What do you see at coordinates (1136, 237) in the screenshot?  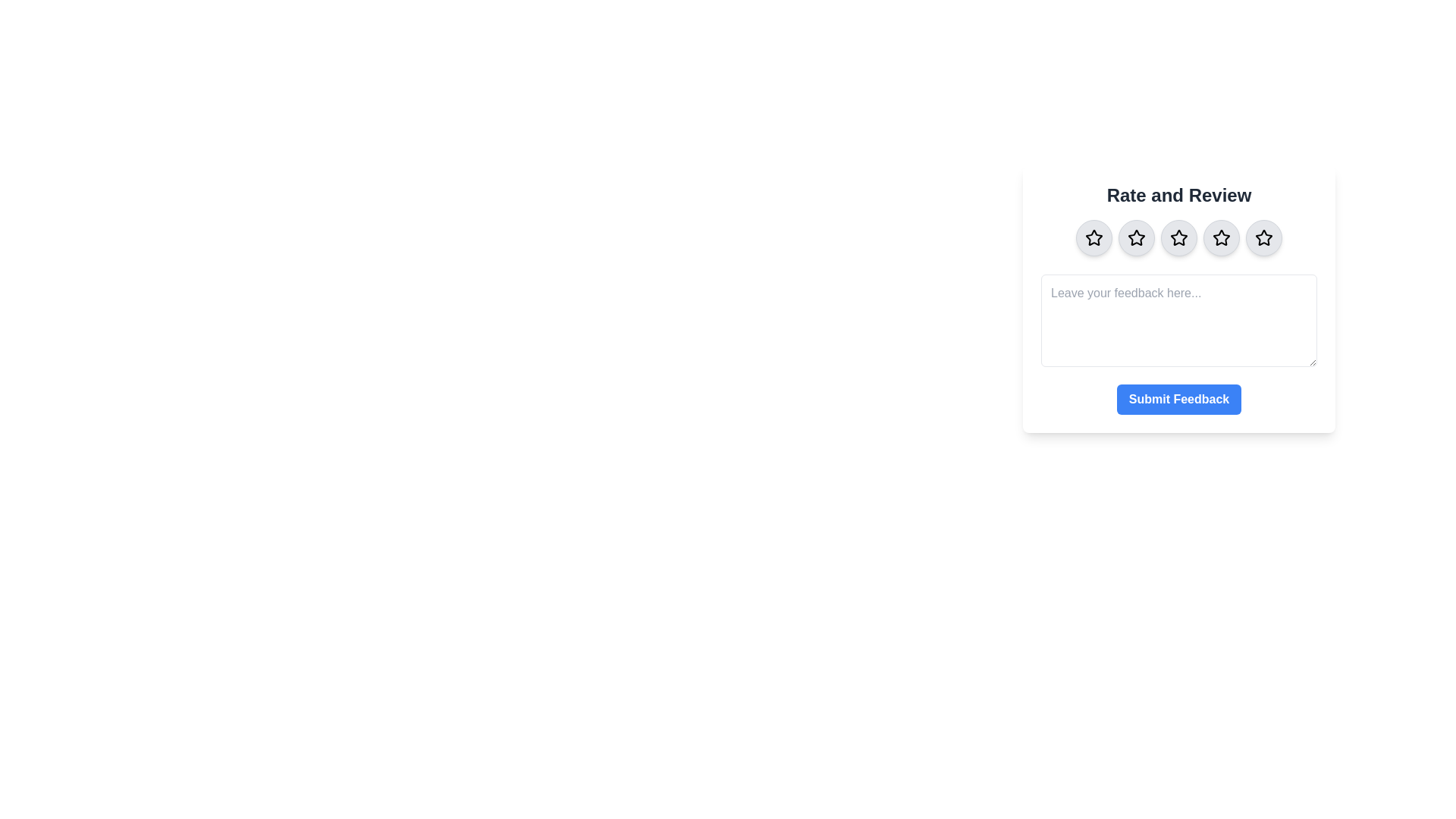 I see `the second circular button containing a black star icon in the horizontal row of five buttons above the feedback form` at bounding box center [1136, 237].